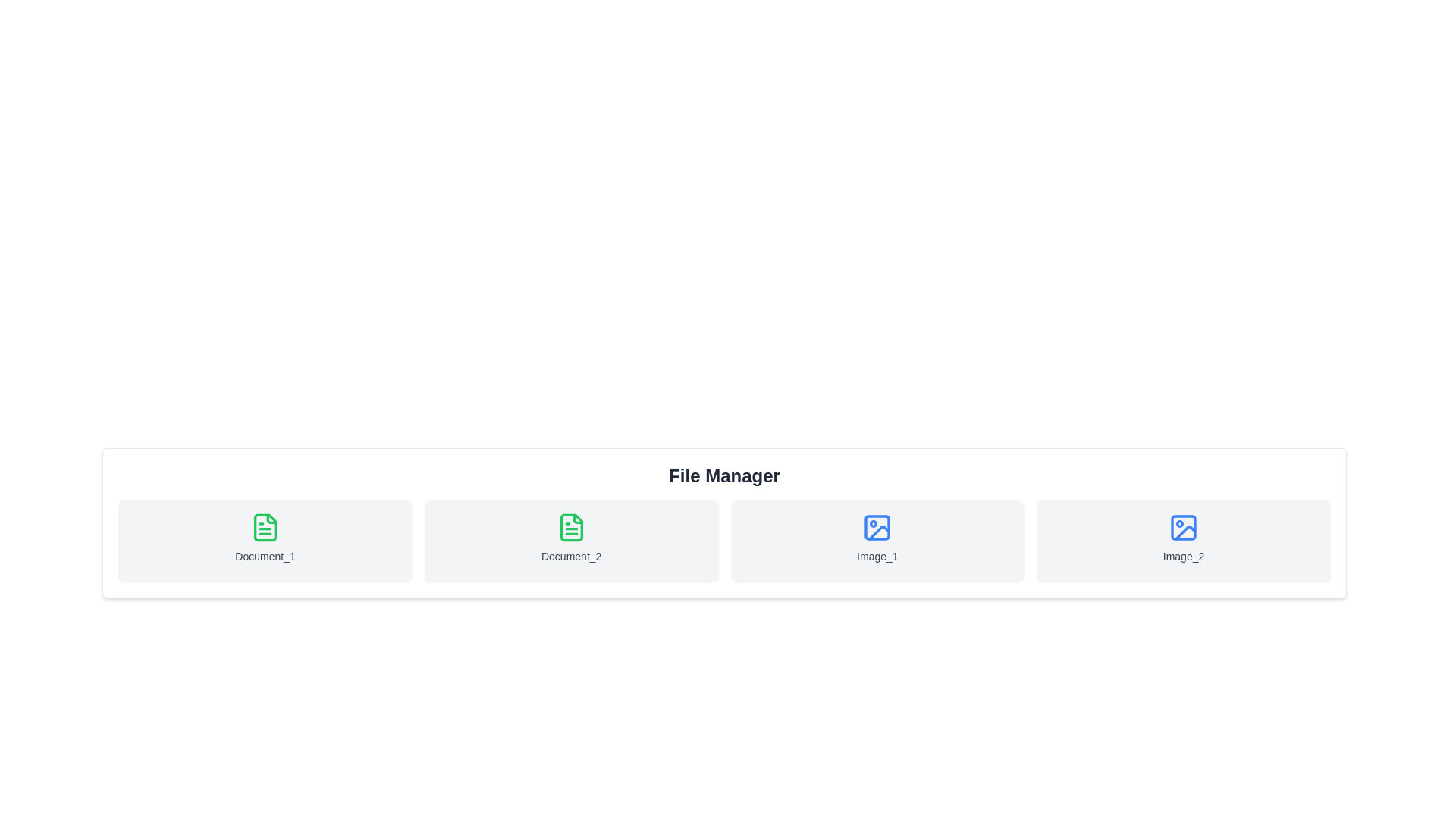 Image resolution: width=1456 pixels, height=819 pixels. Describe the element at coordinates (1182, 540) in the screenshot. I see `the card associated with 'Image_2'` at that location.